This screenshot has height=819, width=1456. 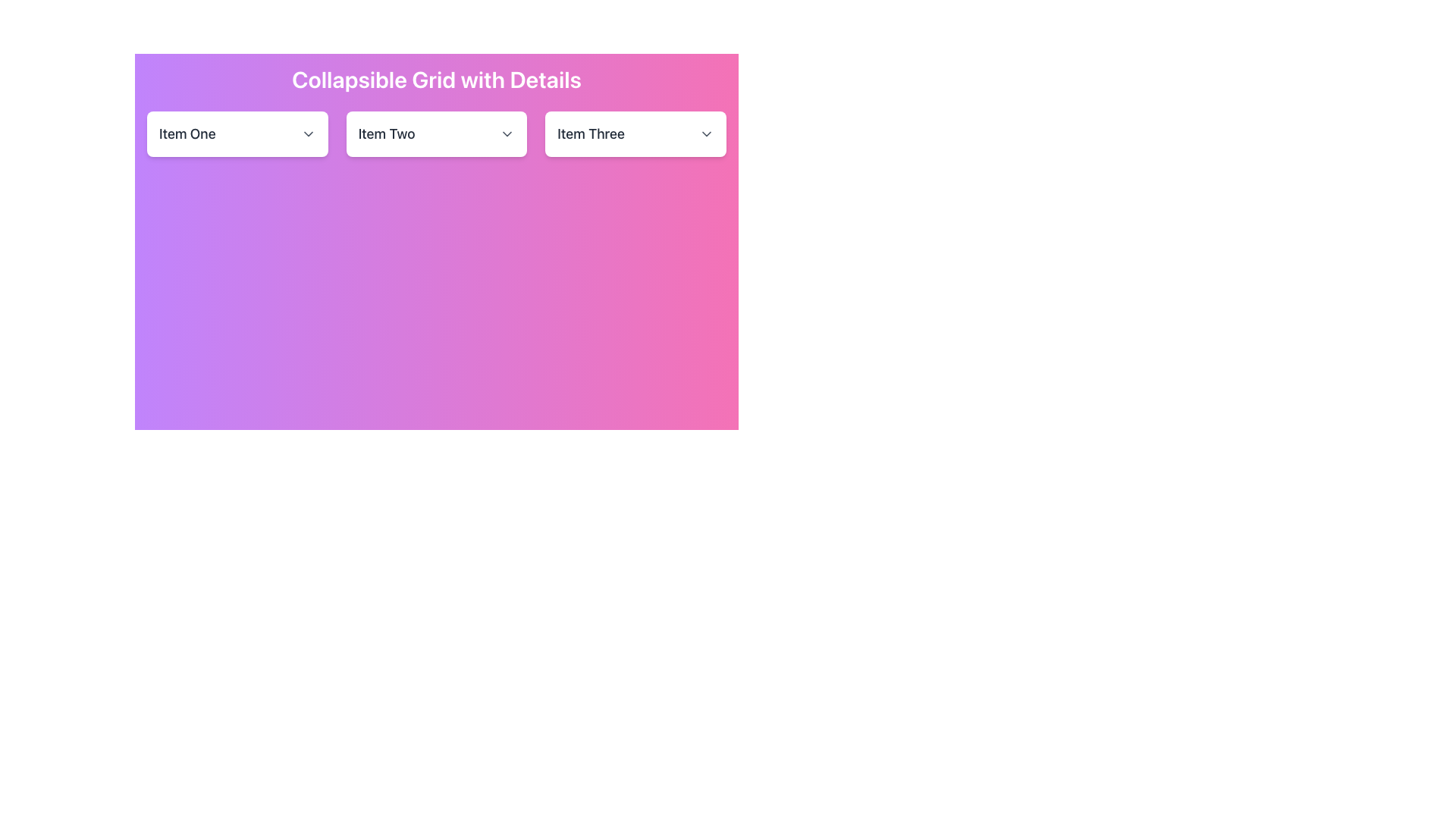 What do you see at coordinates (635, 133) in the screenshot?
I see `the dropdown menu labeled 'Item Three'` at bounding box center [635, 133].